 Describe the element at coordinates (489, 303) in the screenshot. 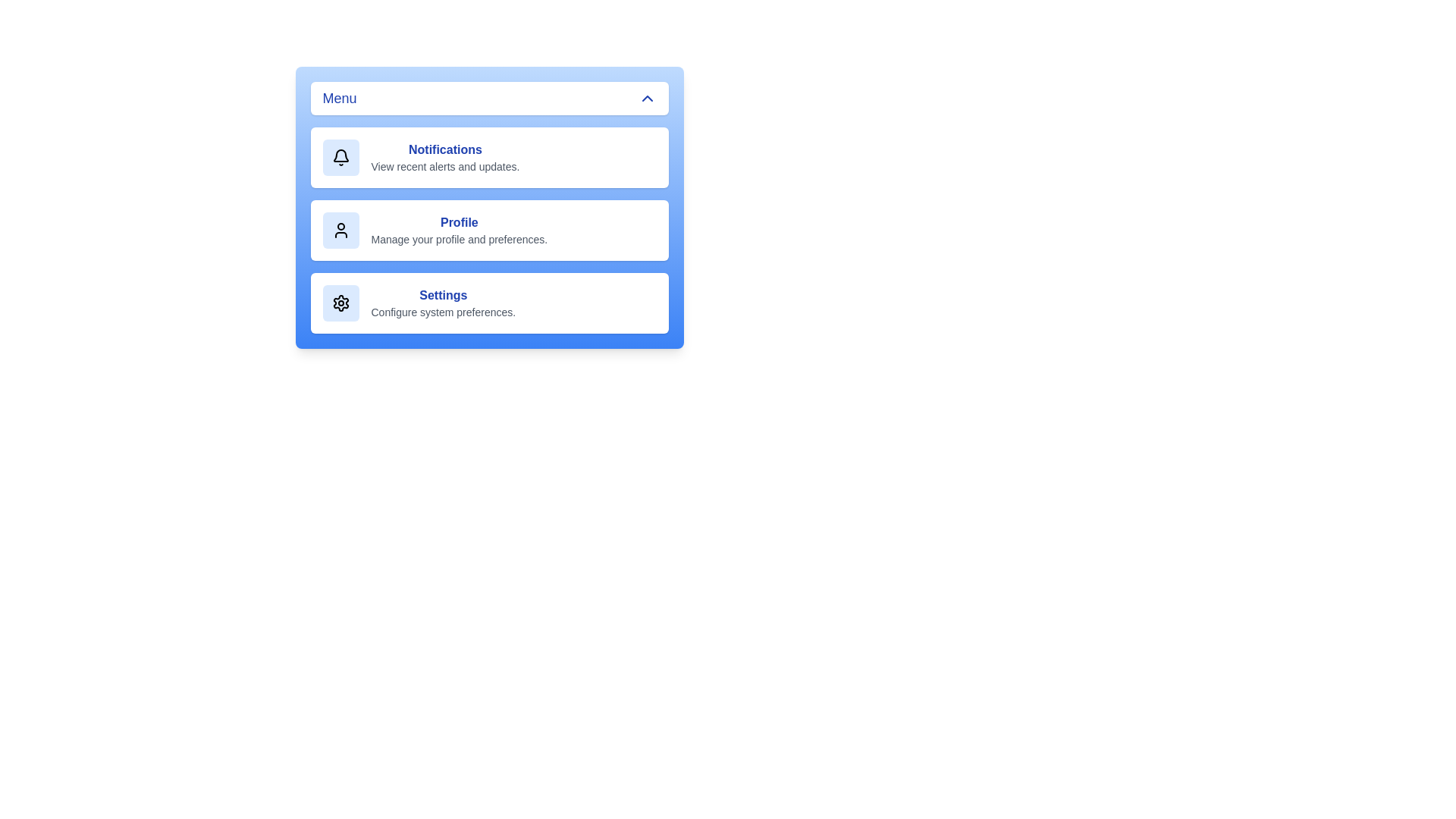

I see `the menu item Settings` at that location.